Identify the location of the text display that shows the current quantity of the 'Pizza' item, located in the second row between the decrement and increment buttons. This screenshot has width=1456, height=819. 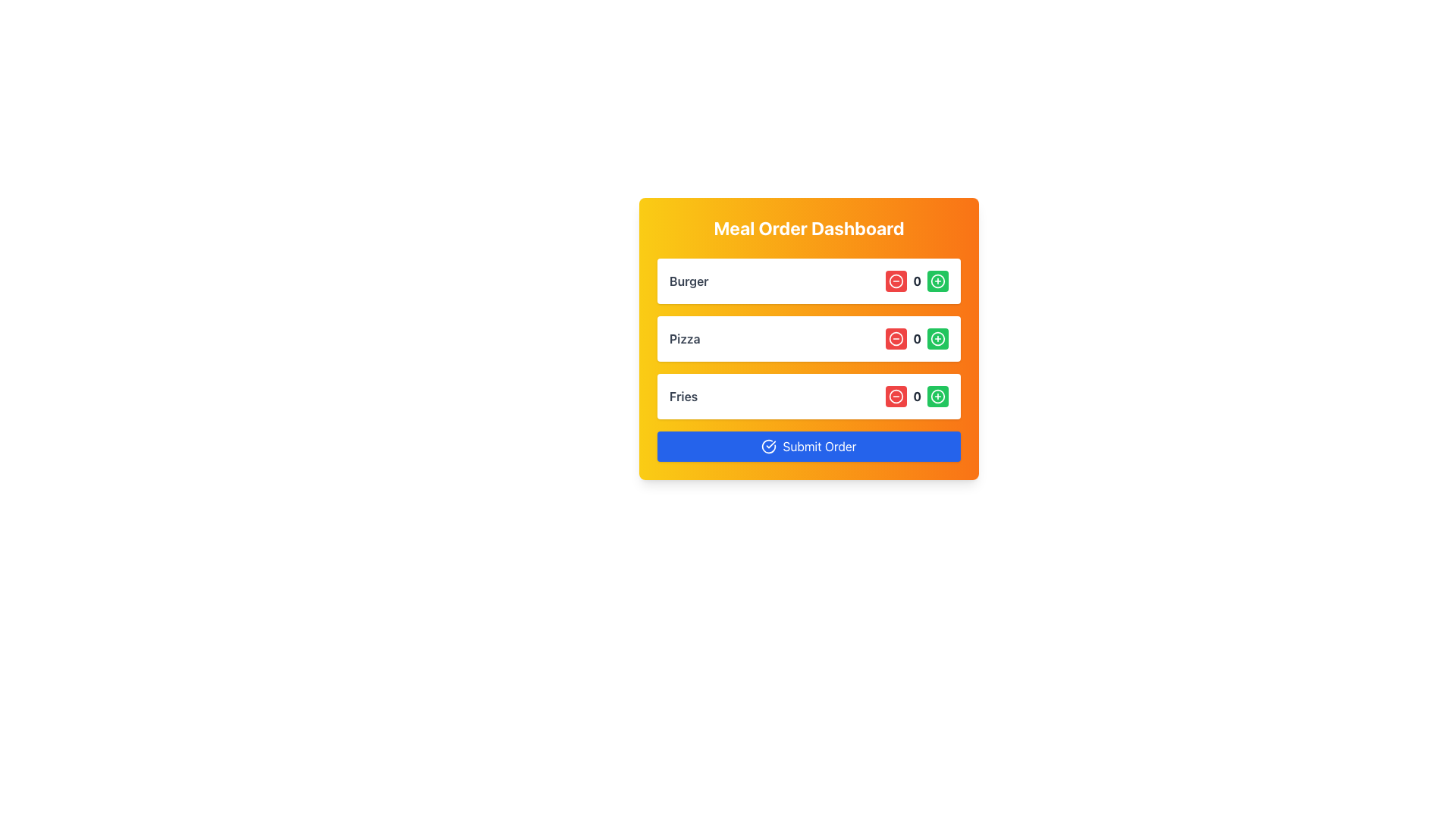
(916, 338).